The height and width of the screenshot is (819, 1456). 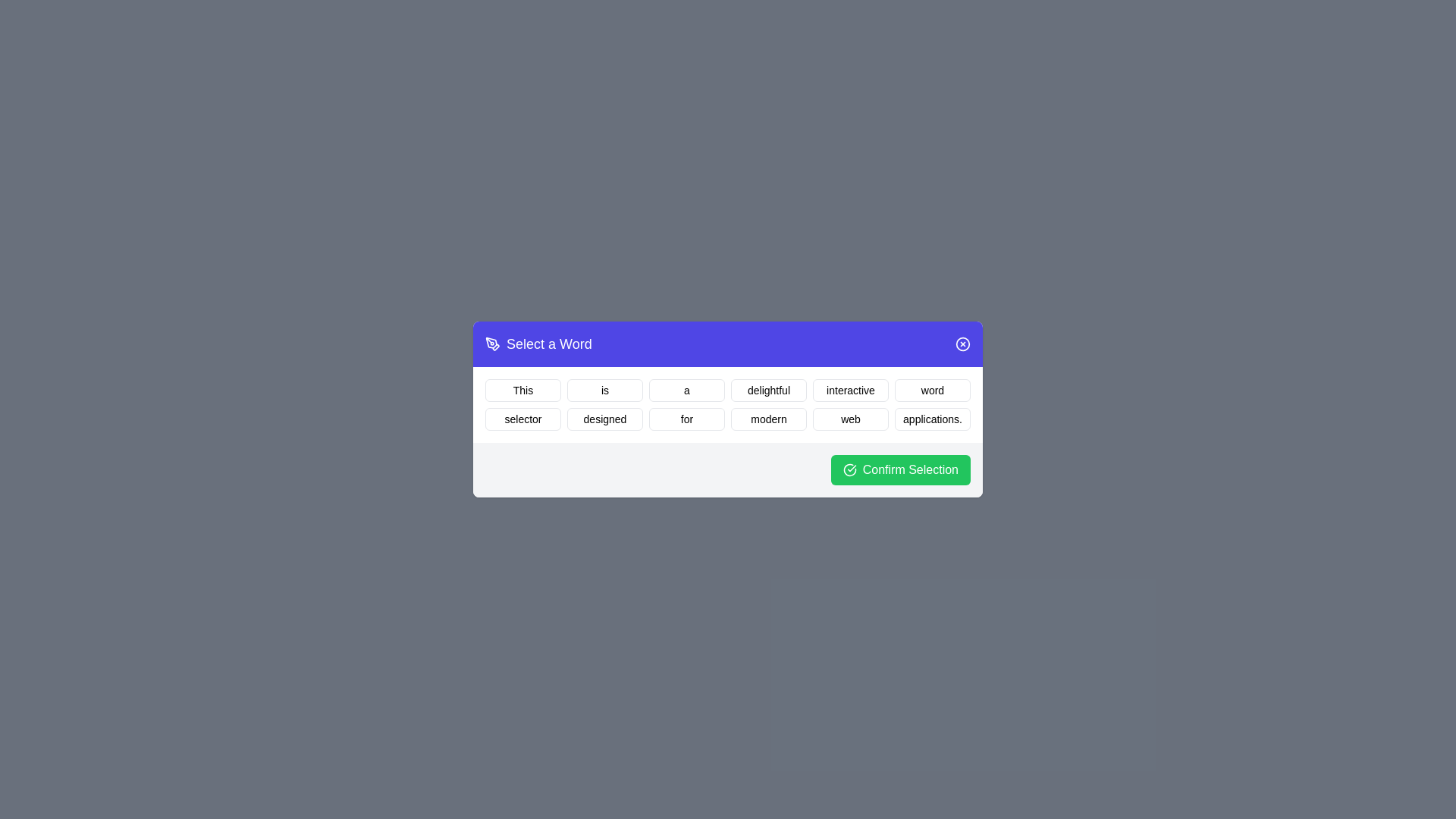 I want to click on the word modern by clicking on it, so click(x=768, y=419).